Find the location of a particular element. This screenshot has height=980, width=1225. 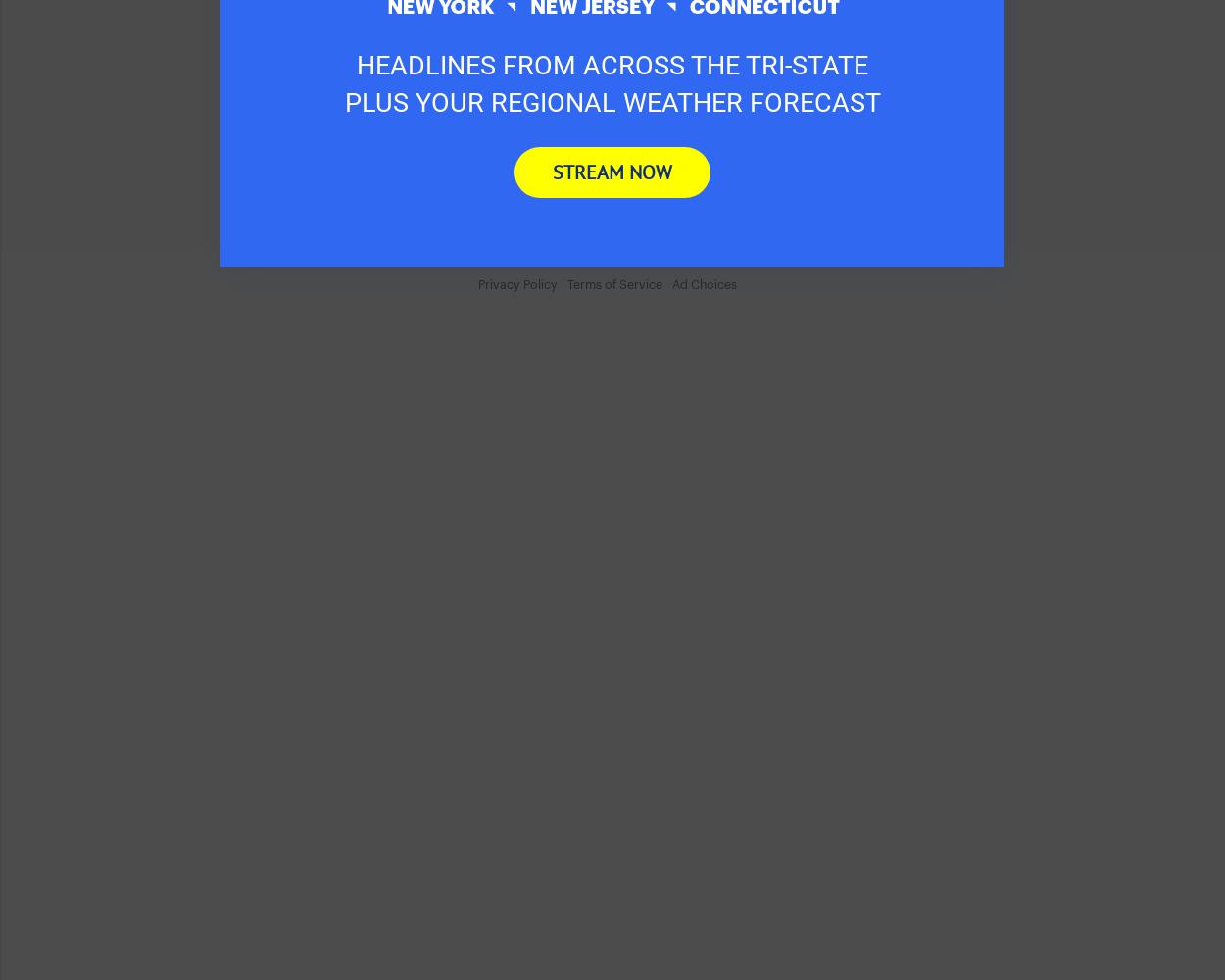

'Send Photos/Videos' is located at coordinates (360, 73).